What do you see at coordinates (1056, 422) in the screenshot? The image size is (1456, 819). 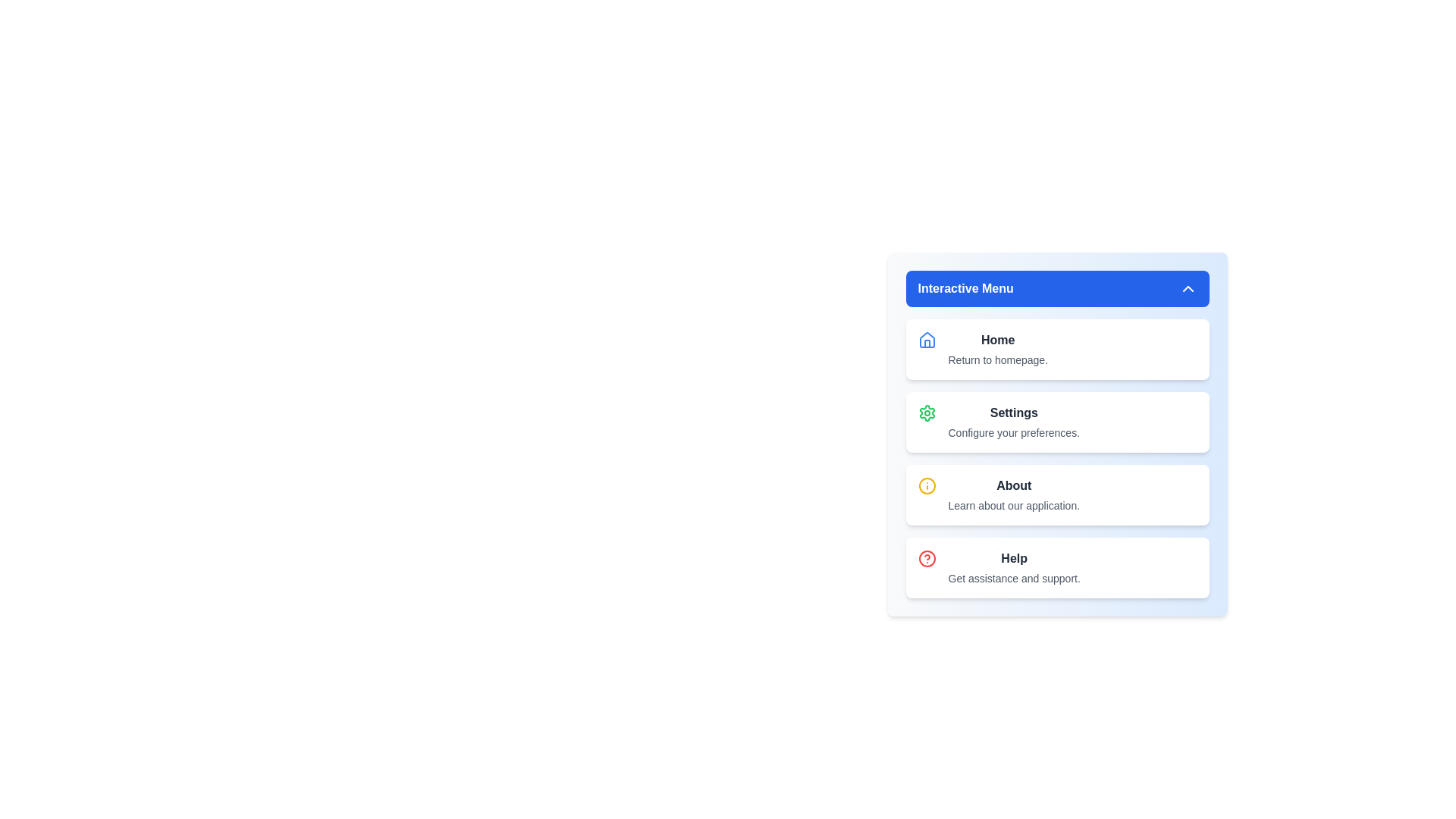 I see `the 'Settings' card, which is a clickable rectangular card with a white background, featuring a green gear icon on the left and the heading 'Settings' in bold at the center` at bounding box center [1056, 422].